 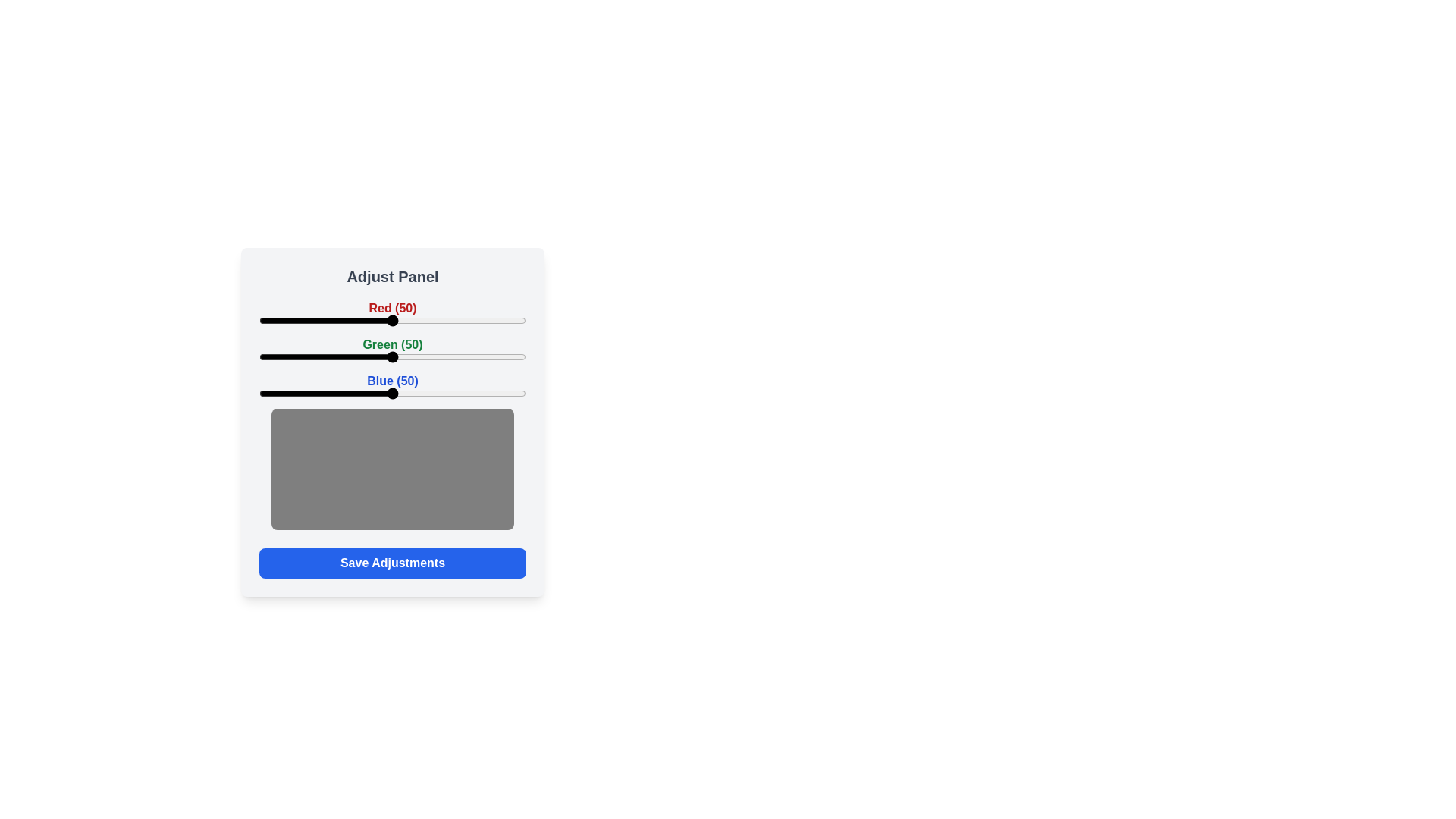 I want to click on the blue slider to 10 percent, so click(x=286, y=393).